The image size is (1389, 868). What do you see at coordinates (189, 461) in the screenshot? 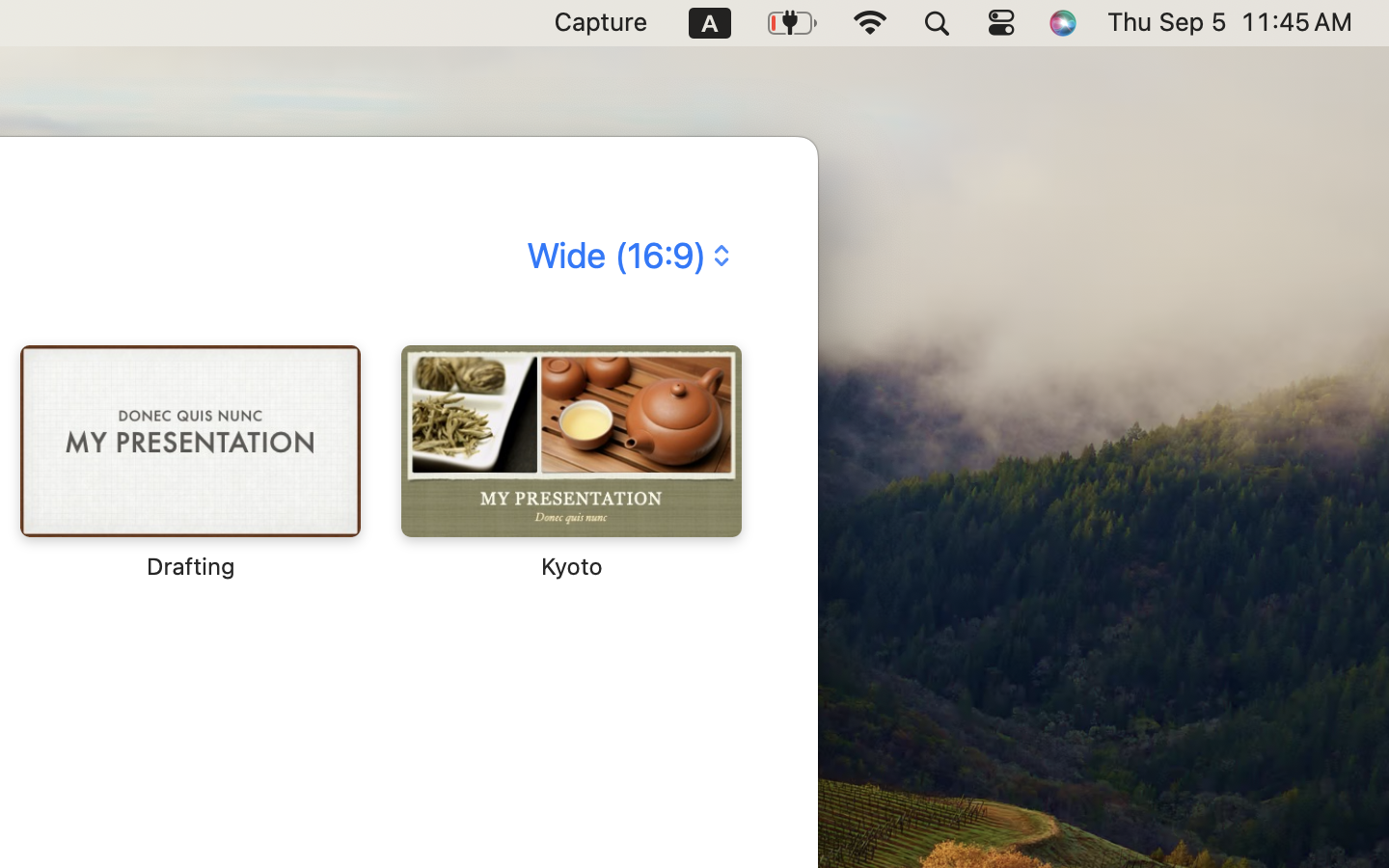
I see `'‎⁨Drafting⁩'` at bounding box center [189, 461].